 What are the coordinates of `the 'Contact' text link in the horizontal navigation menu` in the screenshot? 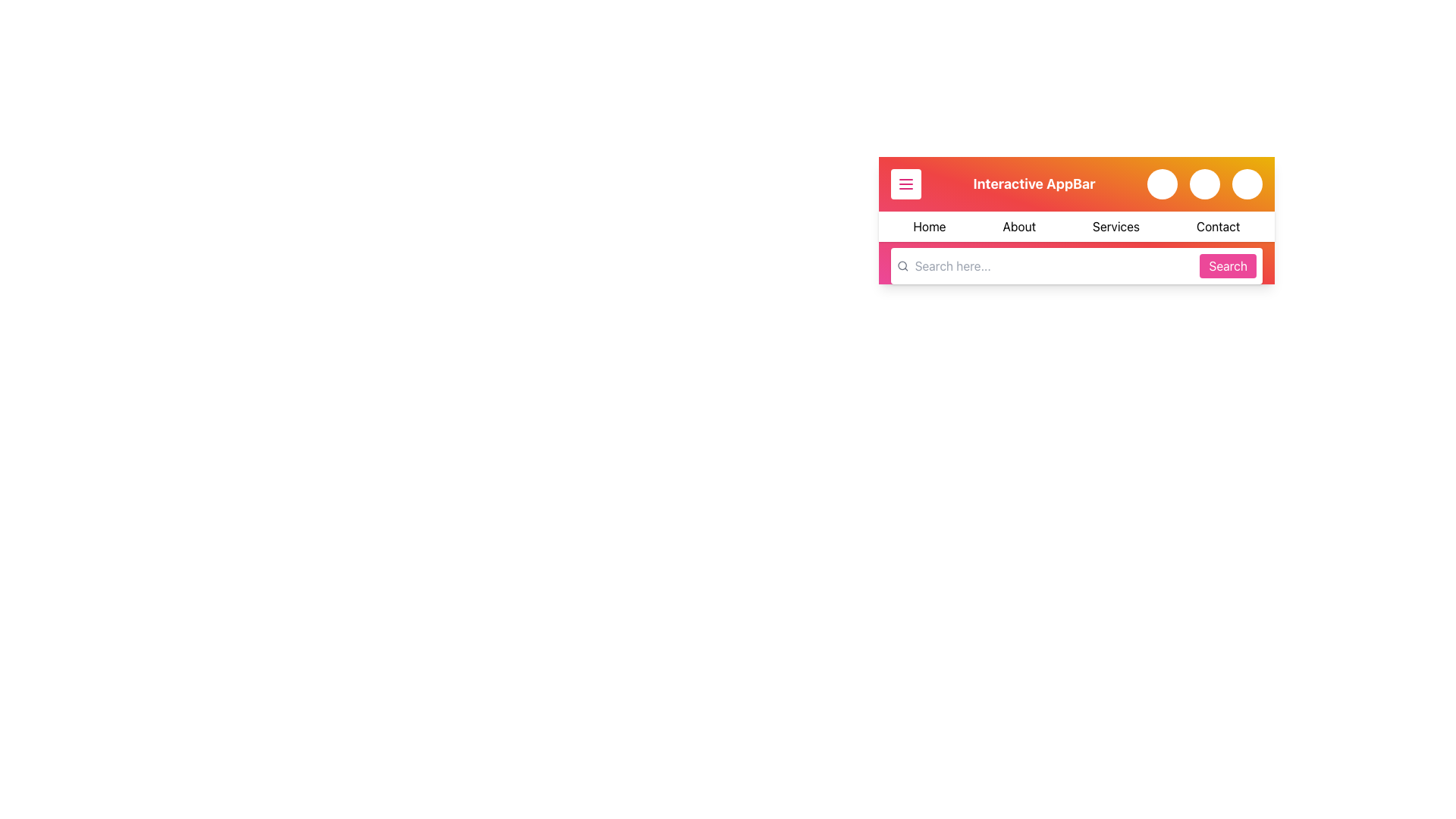 It's located at (1218, 227).